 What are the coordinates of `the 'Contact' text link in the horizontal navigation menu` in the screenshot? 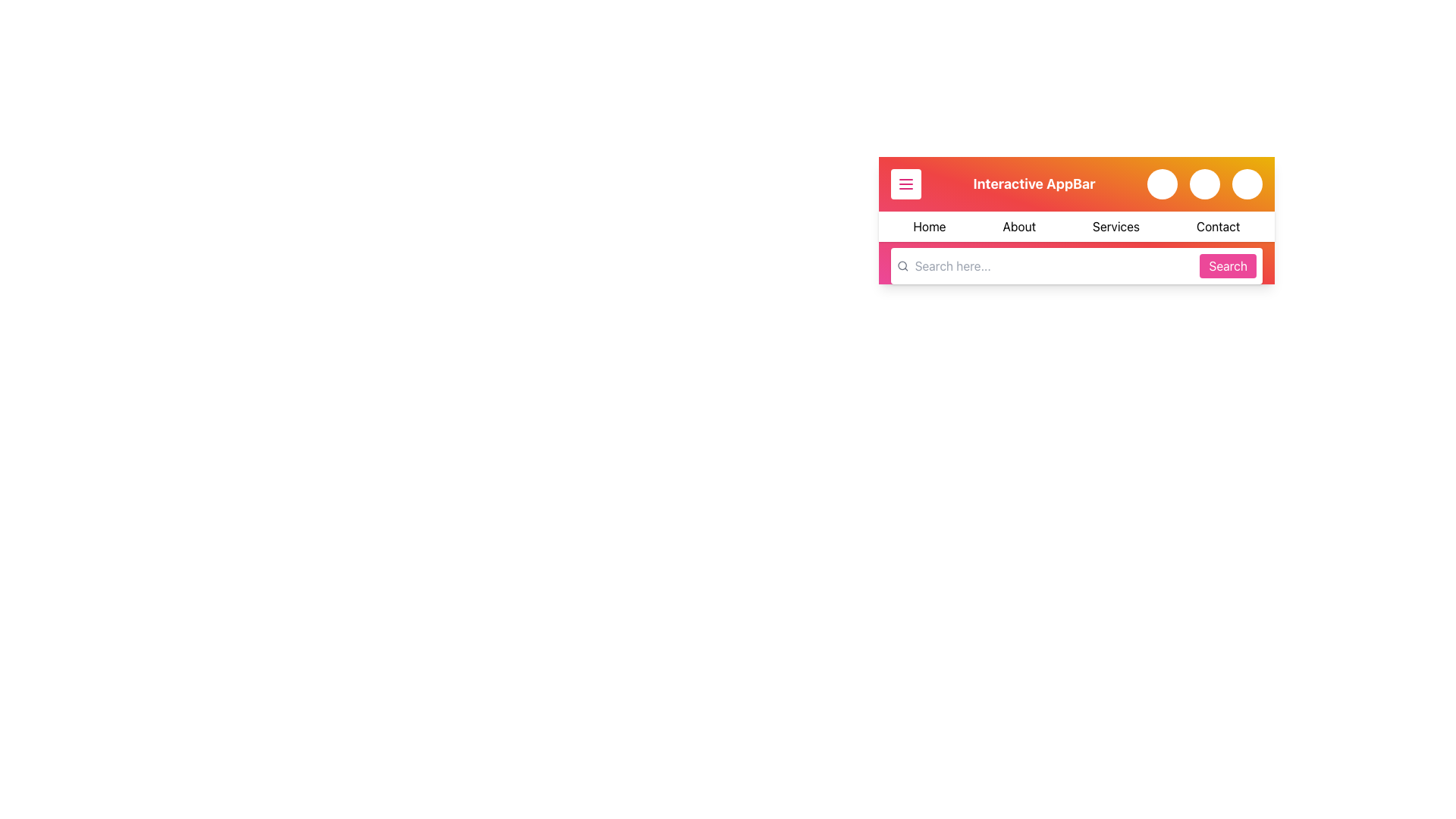 It's located at (1218, 227).